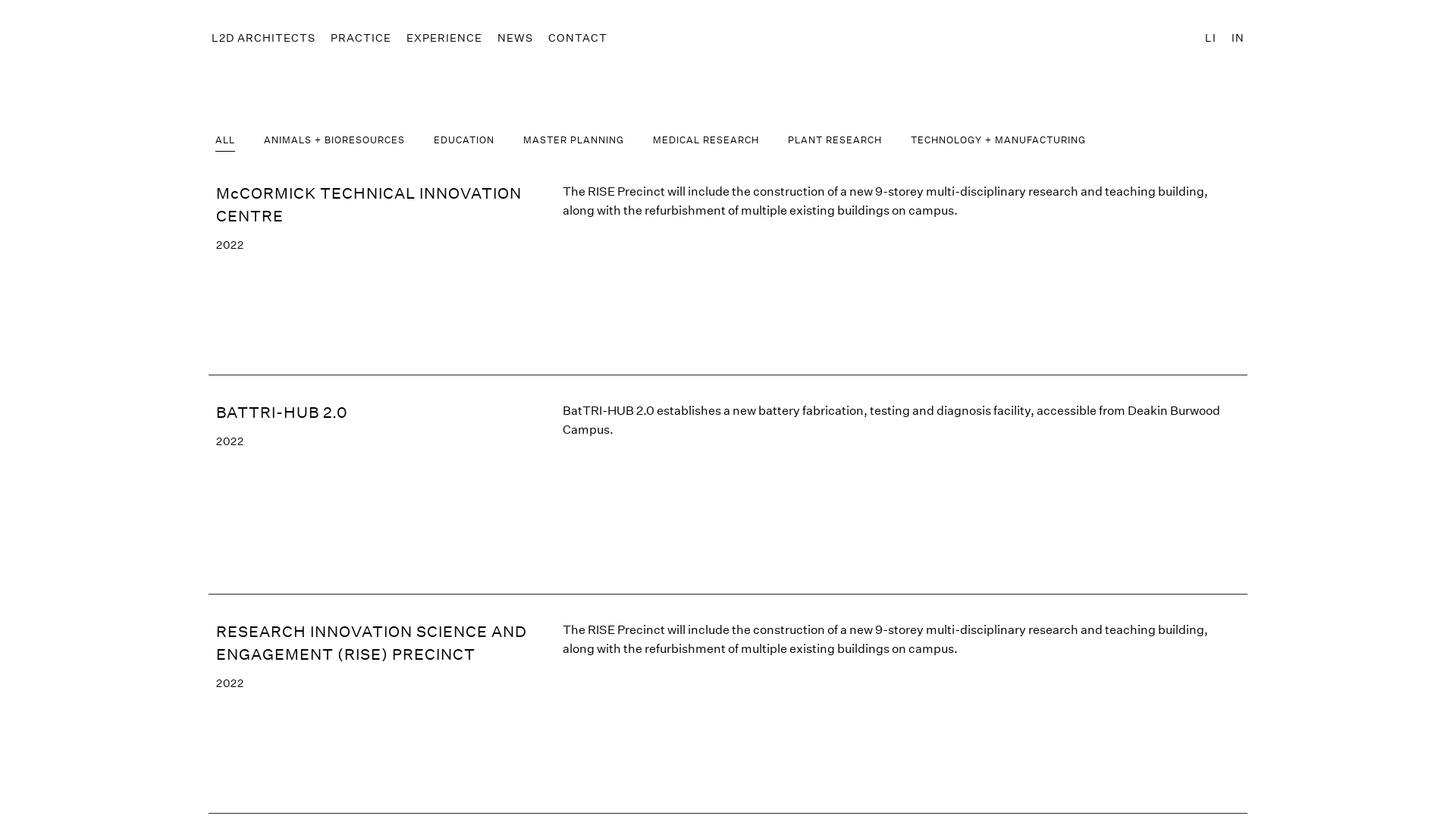 This screenshot has height=819, width=1456. I want to click on 'PRACTICE', so click(359, 37).